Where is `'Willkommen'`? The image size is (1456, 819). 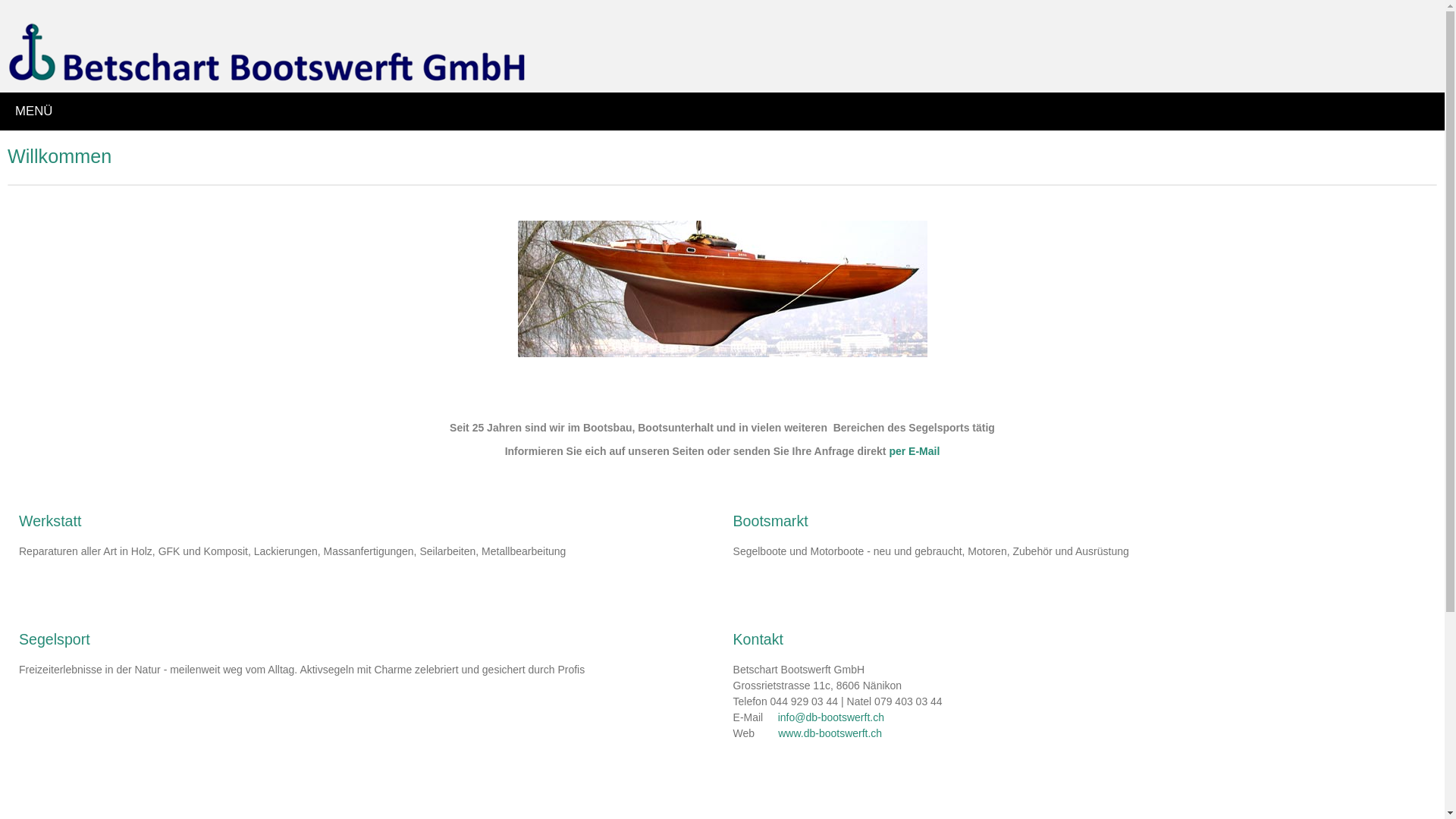 'Willkommen' is located at coordinates (7, 155).